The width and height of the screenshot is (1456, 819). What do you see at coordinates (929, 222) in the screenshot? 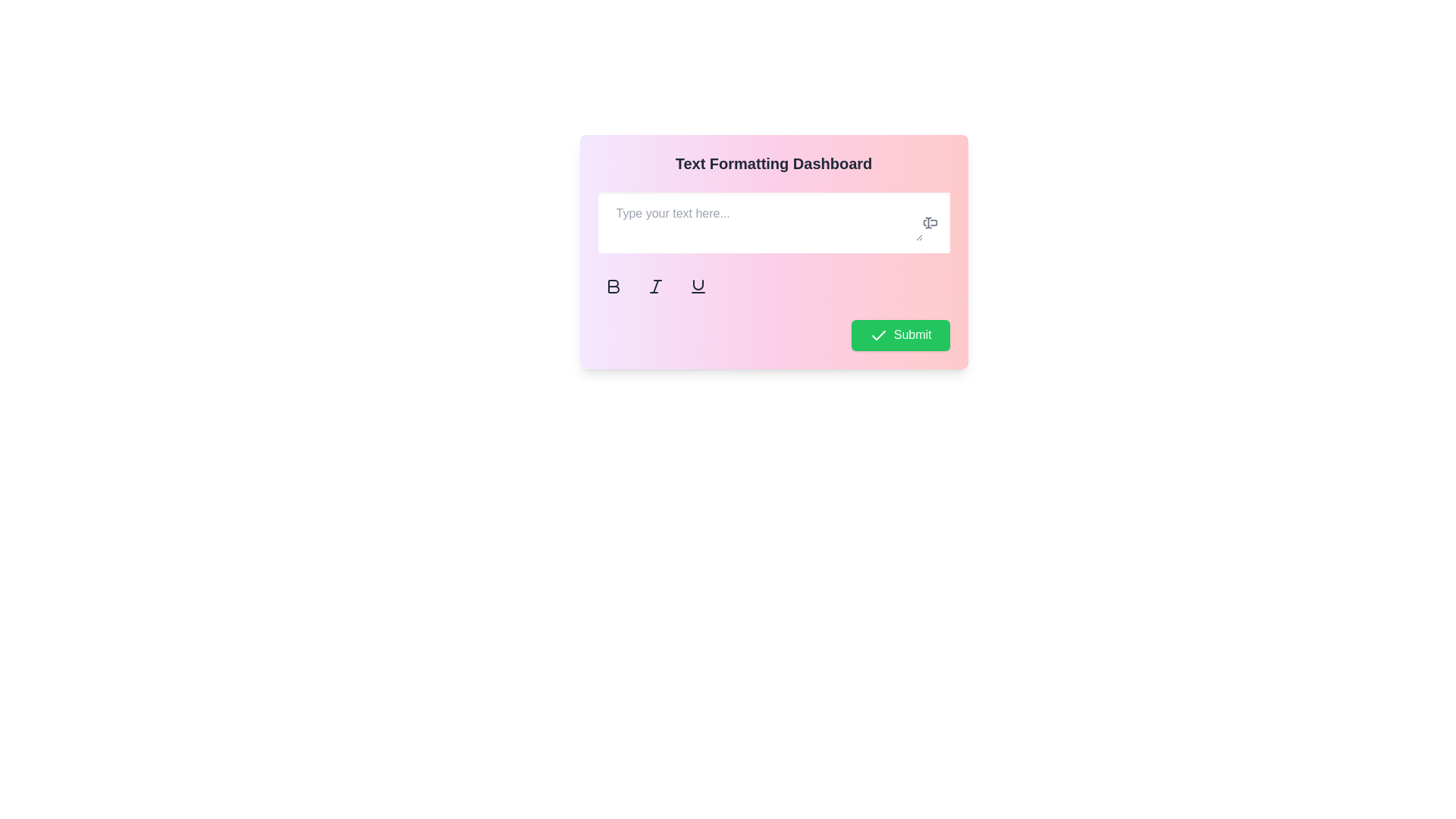
I see `the interactive icon located to the right of the 'Type your text here...' text placeholder, which serves as an interactive area for text input or cursor functionality` at bounding box center [929, 222].